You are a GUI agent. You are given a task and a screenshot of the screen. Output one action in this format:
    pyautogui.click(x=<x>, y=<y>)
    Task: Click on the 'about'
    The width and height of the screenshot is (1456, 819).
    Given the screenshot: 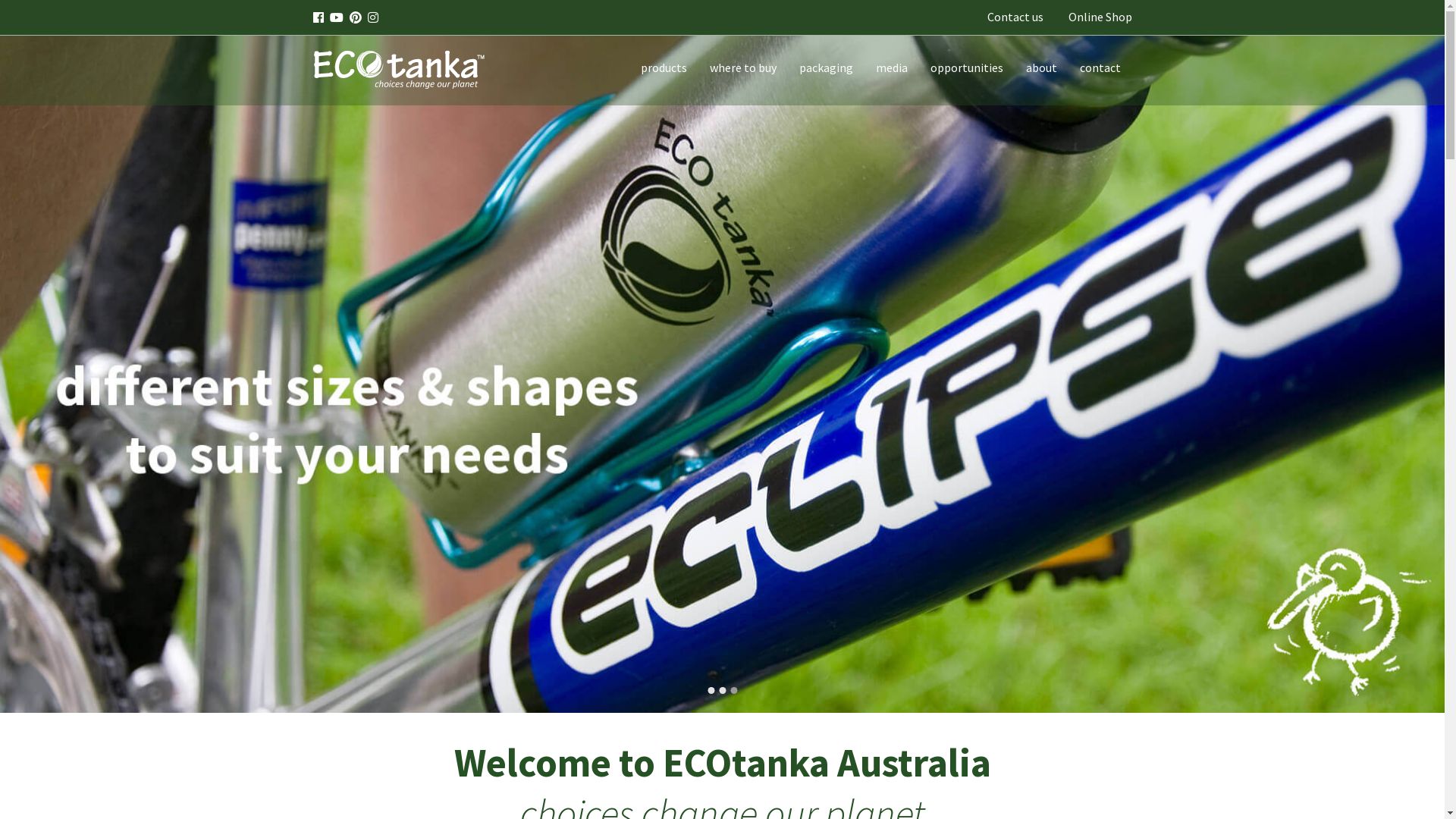 What is the action you would take?
    pyautogui.click(x=1015, y=66)
    